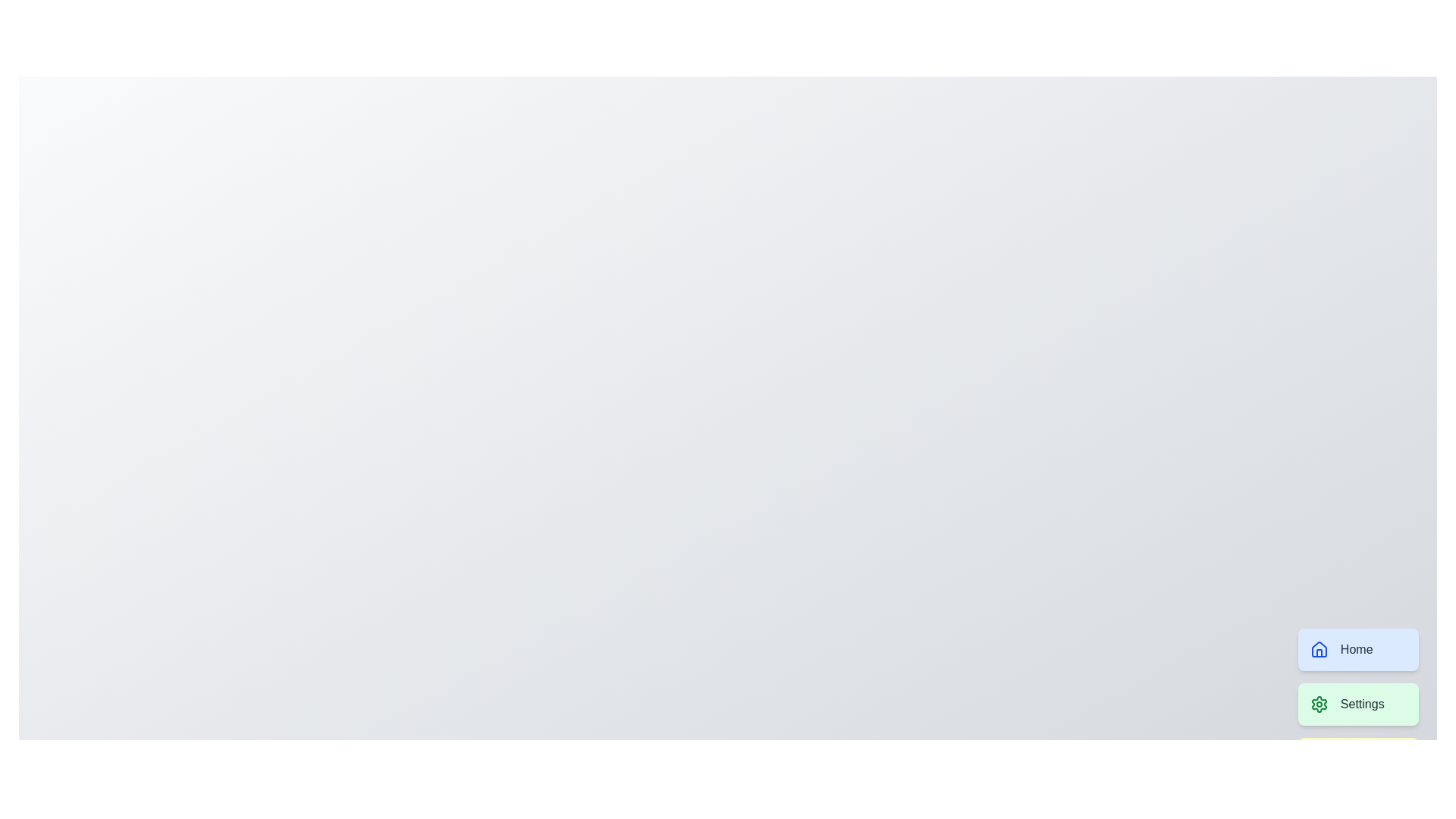 The height and width of the screenshot is (819, 1456). I want to click on the 'Home' button to select it, so click(1357, 648).